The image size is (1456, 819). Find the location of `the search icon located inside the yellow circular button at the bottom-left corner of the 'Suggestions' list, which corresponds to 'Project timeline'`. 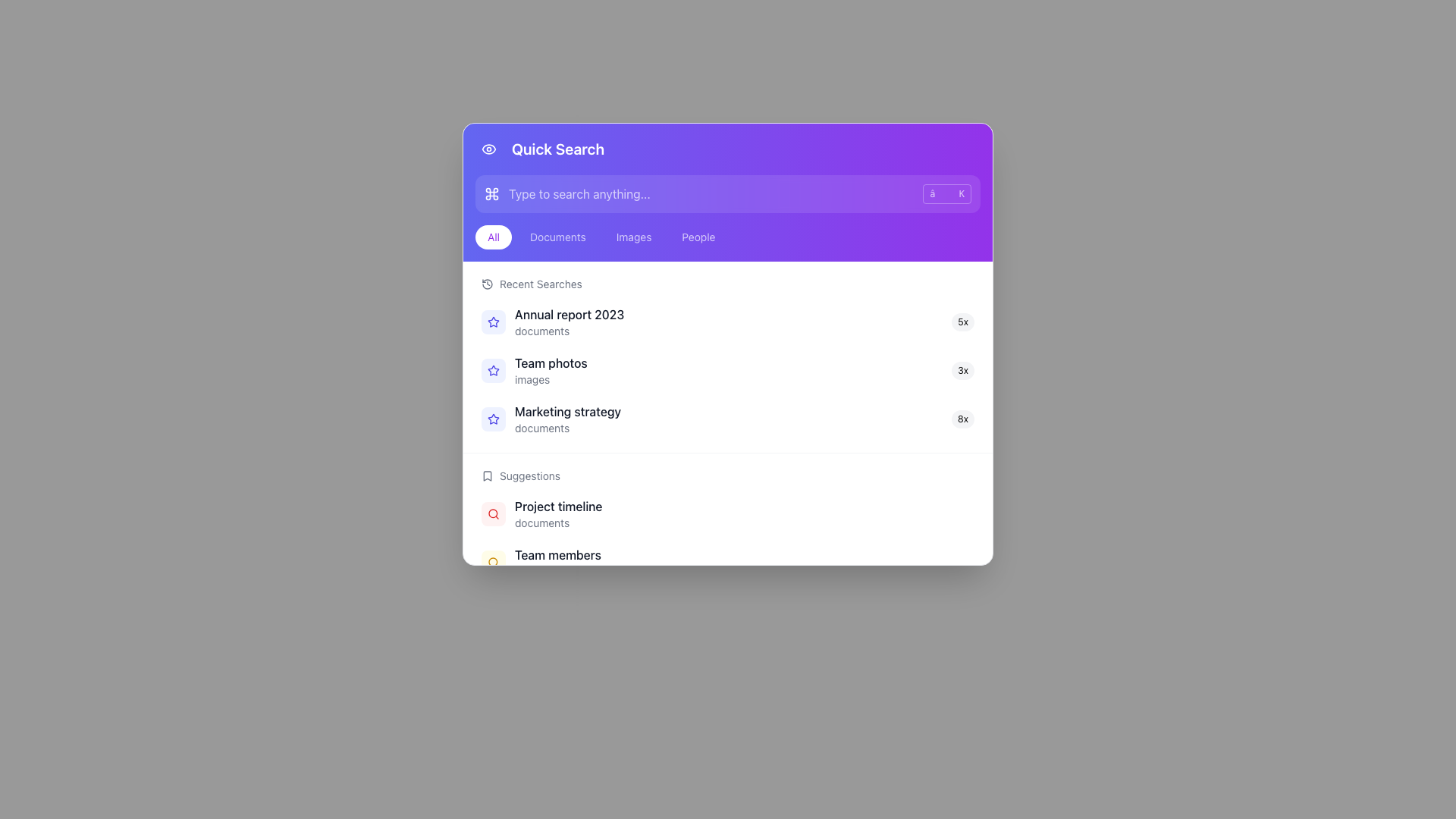

the search icon located inside the yellow circular button at the bottom-left corner of the 'Suggestions' list, which corresponds to 'Project timeline' is located at coordinates (494, 562).